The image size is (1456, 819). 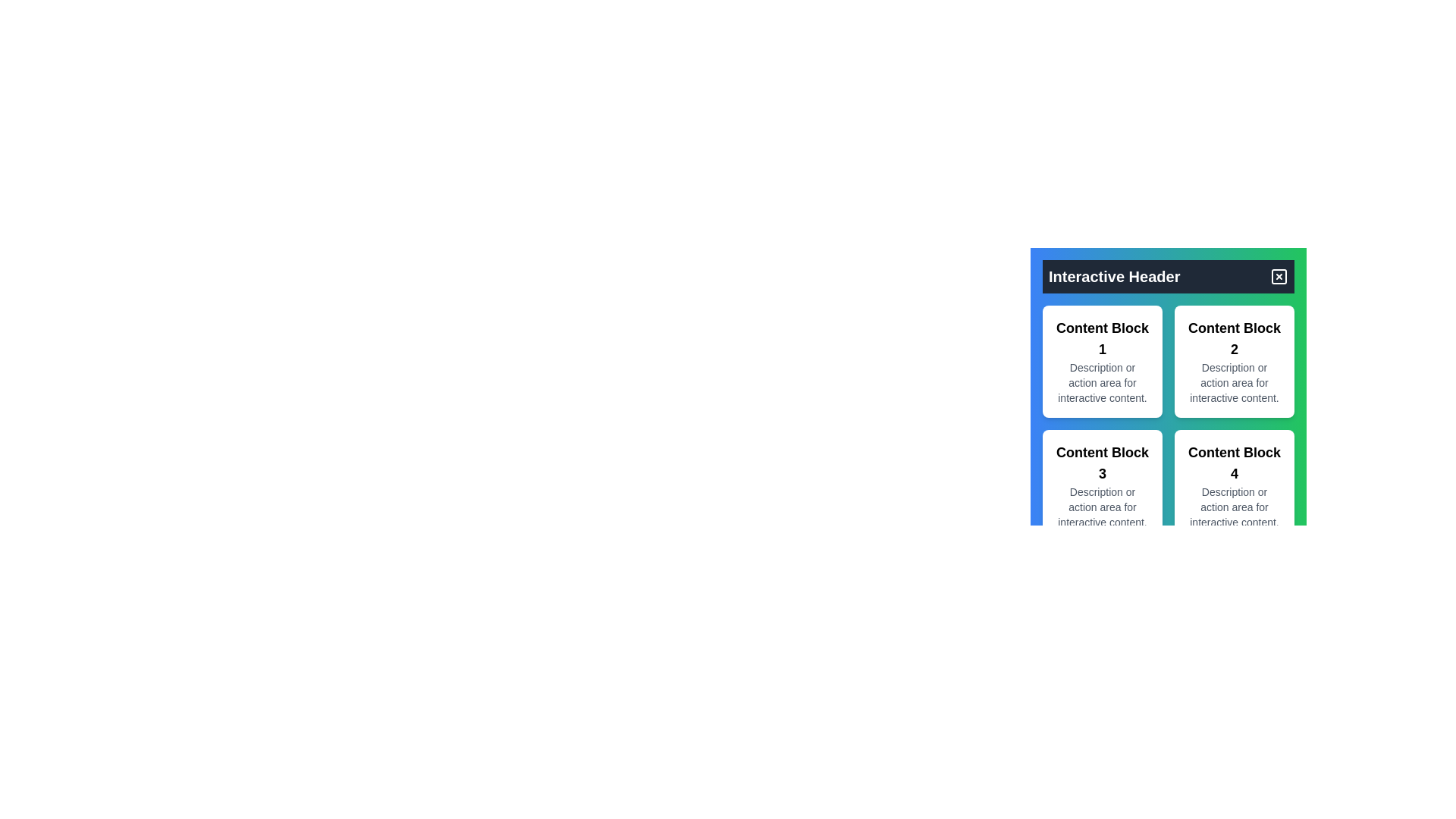 I want to click on the close button for the 'Interactive Header' section, indicated by its 'X' symbol, so click(x=1278, y=277).